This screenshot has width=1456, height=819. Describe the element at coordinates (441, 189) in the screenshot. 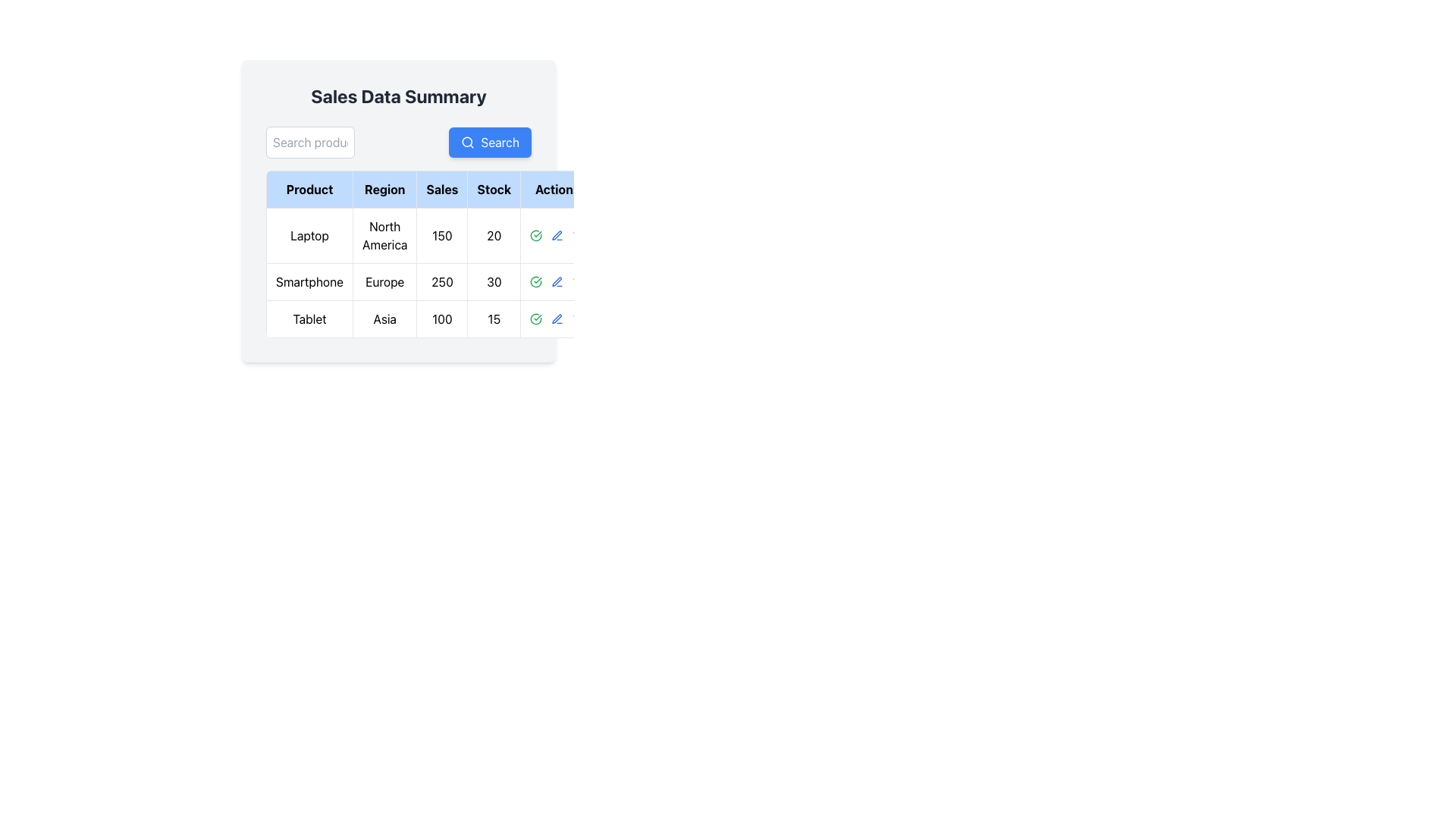

I see `the 'Sales' column header in the table, which is the third column header labeled 'Sales'` at that location.